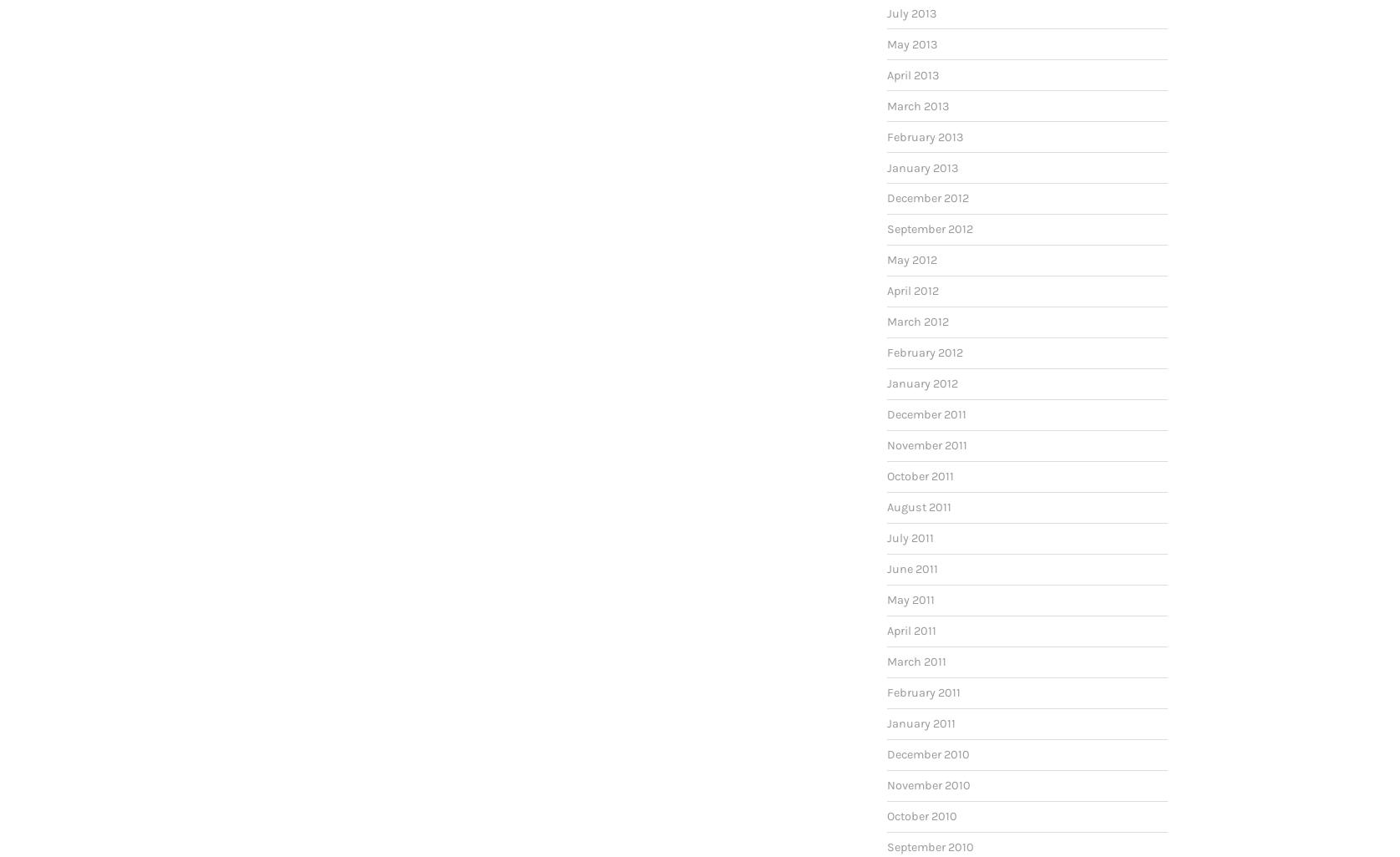 The image size is (1400, 857). Describe the element at coordinates (927, 753) in the screenshot. I see `'December 2010'` at that location.